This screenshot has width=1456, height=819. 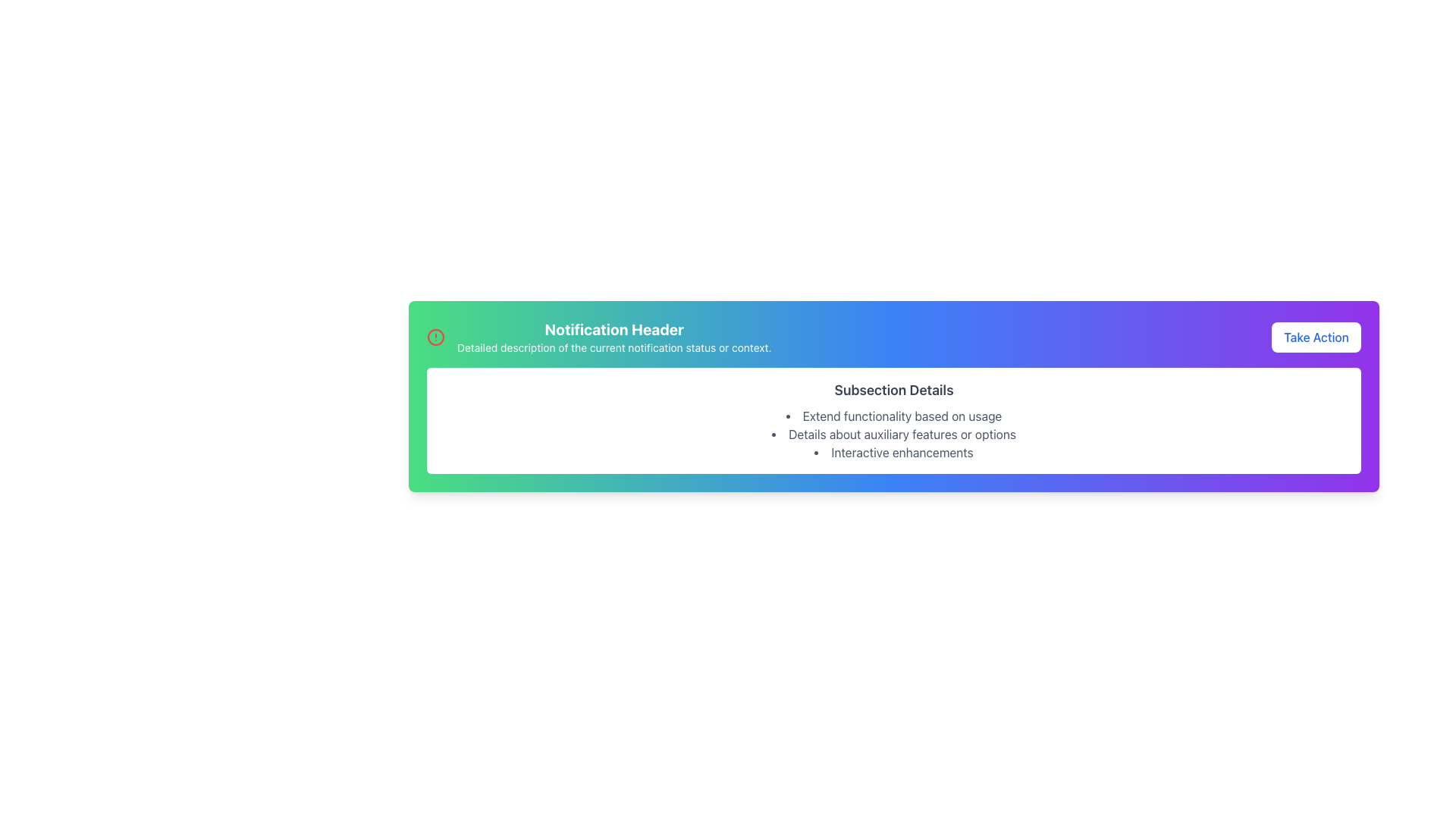 What do you see at coordinates (435, 336) in the screenshot?
I see `the circular icon located in the upper-left corner of the notification banner, which serves as a visual indicator for alerts` at bounding box center [435, 336].